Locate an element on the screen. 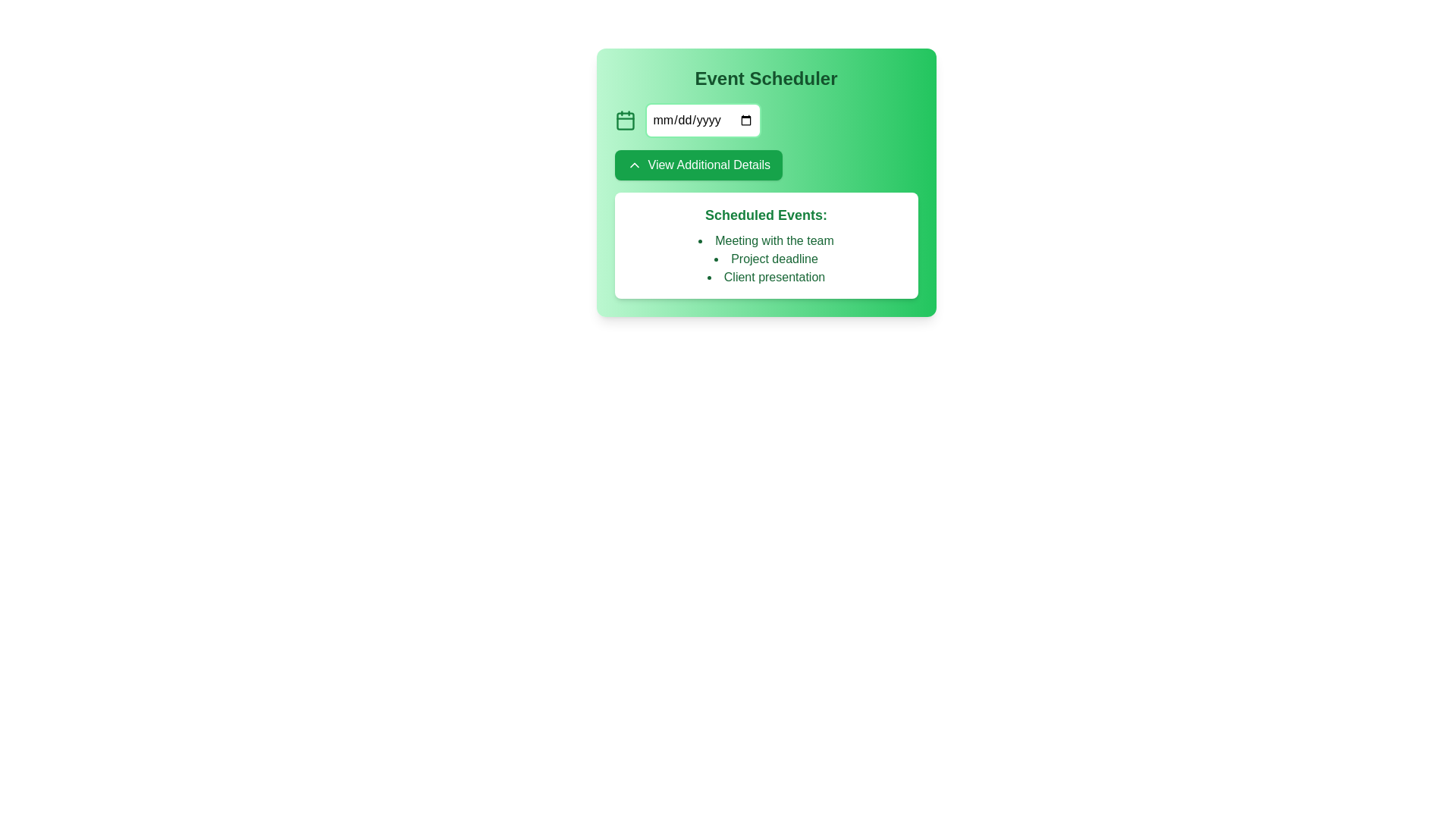 This screenshot has width=1456, height=819. the text label displaying 'Project deadline' which is the second item in the bulleted list under 'Scheduled Events' is located at coordinates (766, 259).